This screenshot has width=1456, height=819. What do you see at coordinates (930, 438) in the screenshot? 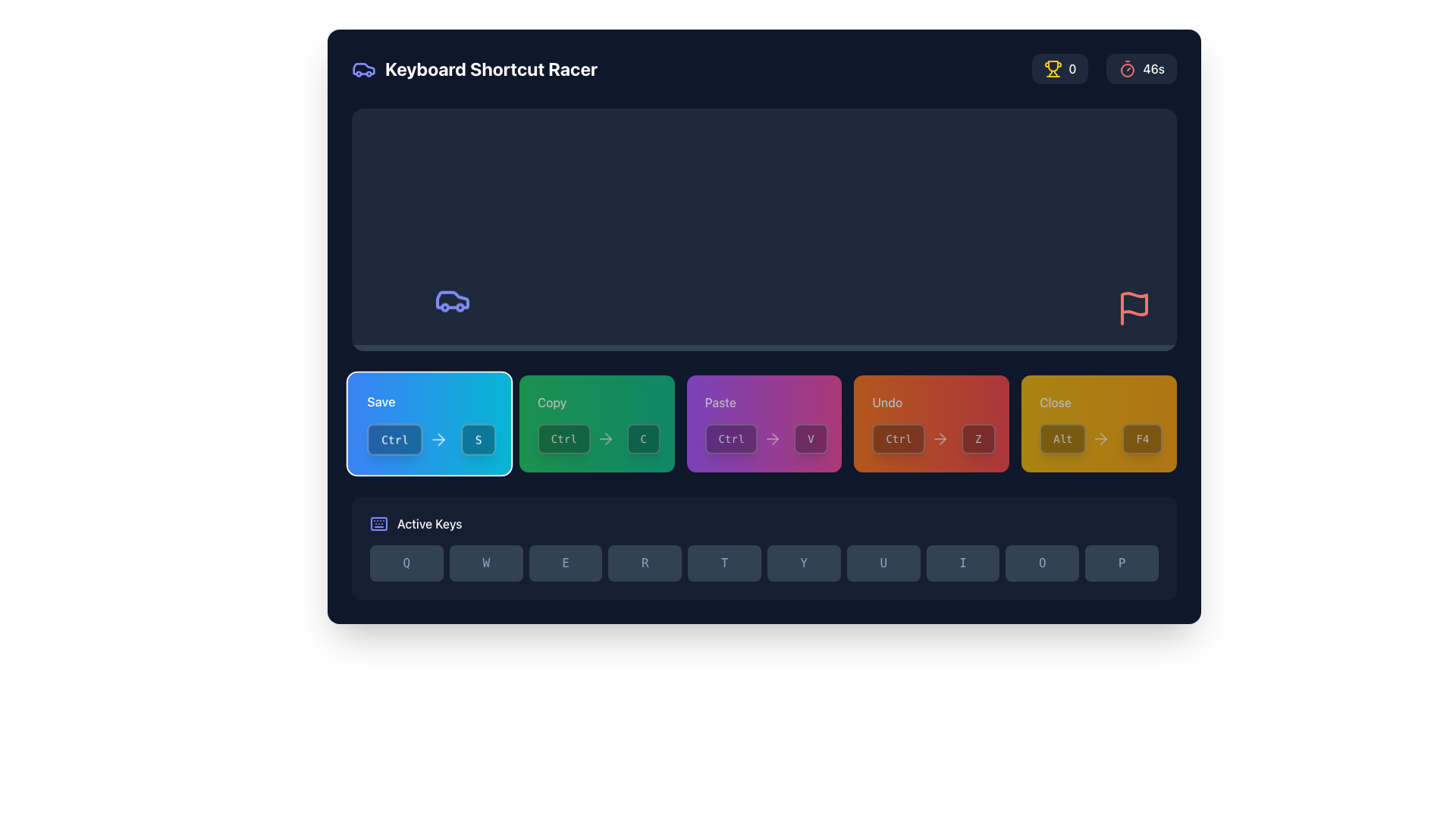
I see `the 'Undo' button that visually represents the keyboard shortcut 'Ctrl + Z'` at bounding box center [930, 438].